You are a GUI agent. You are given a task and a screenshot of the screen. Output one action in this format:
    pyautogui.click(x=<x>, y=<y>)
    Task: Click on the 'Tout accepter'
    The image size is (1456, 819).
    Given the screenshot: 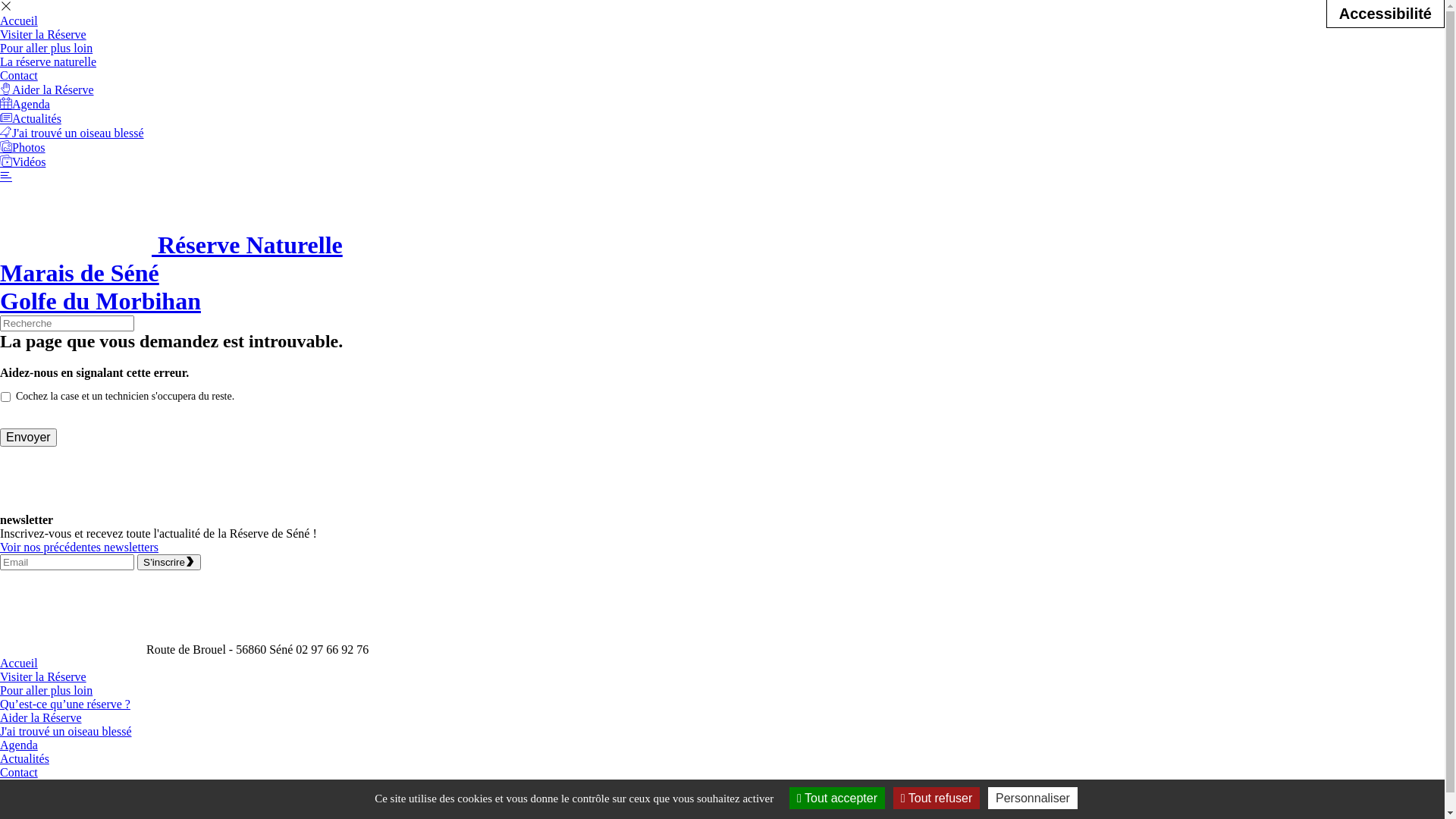 What is the action you would take?
    pyautogui.click(x=836, y=797)
    